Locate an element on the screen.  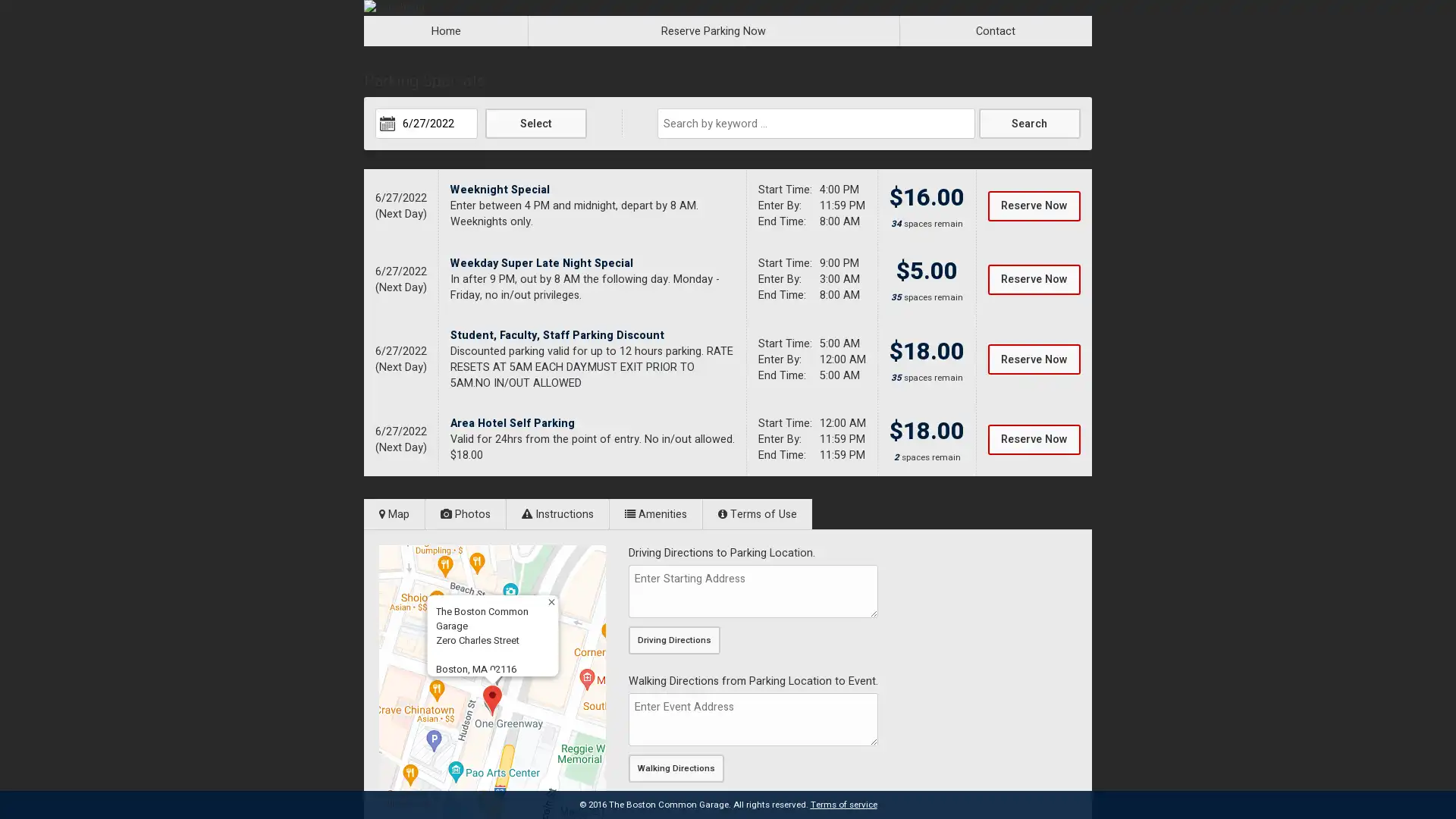
Reserve Now is located at coordinates (1033, 278).